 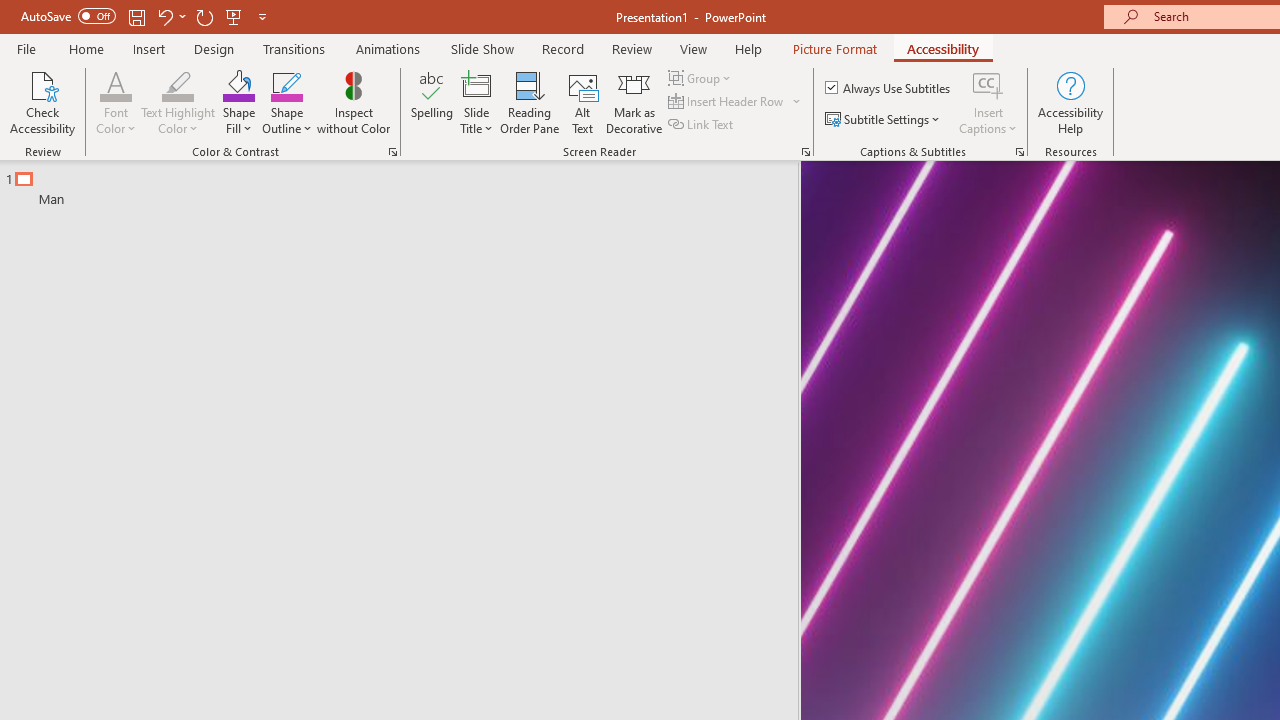 What do you see at coordinates (164, 16) in the screenshot?
I see `'Undo'` at bounding box center [164, 16].